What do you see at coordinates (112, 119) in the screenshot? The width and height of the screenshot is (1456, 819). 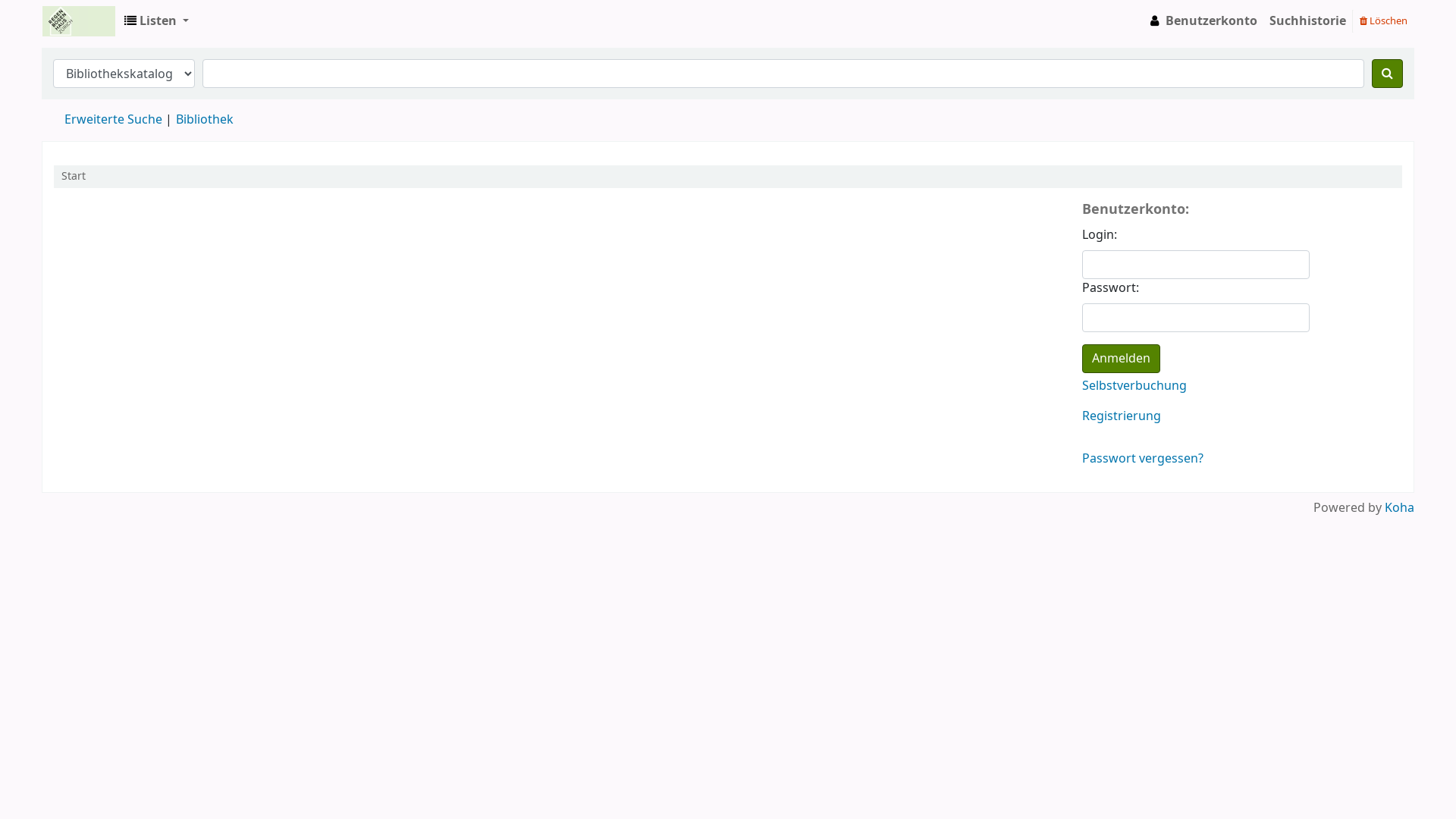 I see `'Erweiterte Suche'` at bounding box center [112, 119].